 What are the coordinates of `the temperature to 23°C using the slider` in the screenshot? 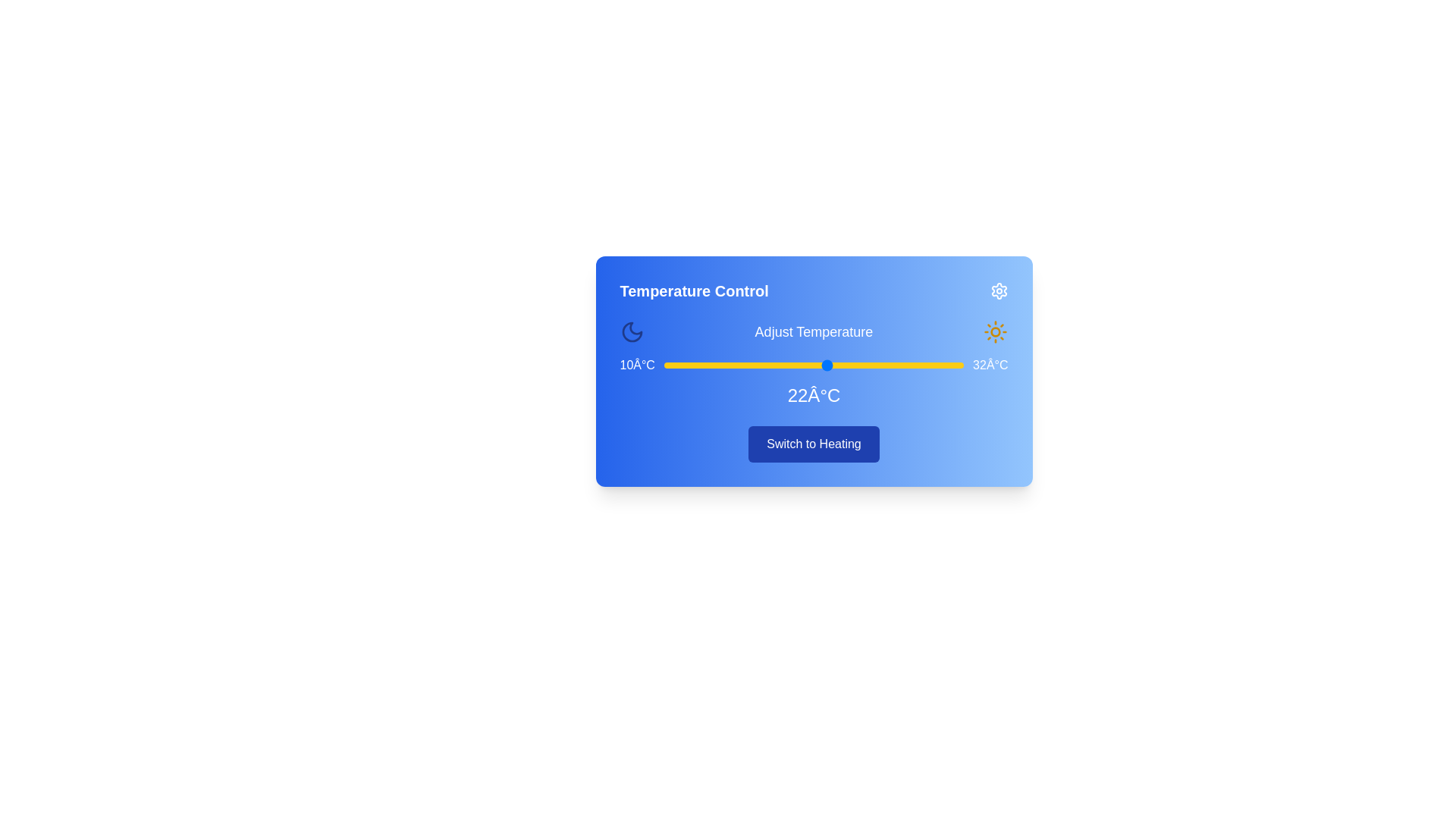 It's located at (840, 366).